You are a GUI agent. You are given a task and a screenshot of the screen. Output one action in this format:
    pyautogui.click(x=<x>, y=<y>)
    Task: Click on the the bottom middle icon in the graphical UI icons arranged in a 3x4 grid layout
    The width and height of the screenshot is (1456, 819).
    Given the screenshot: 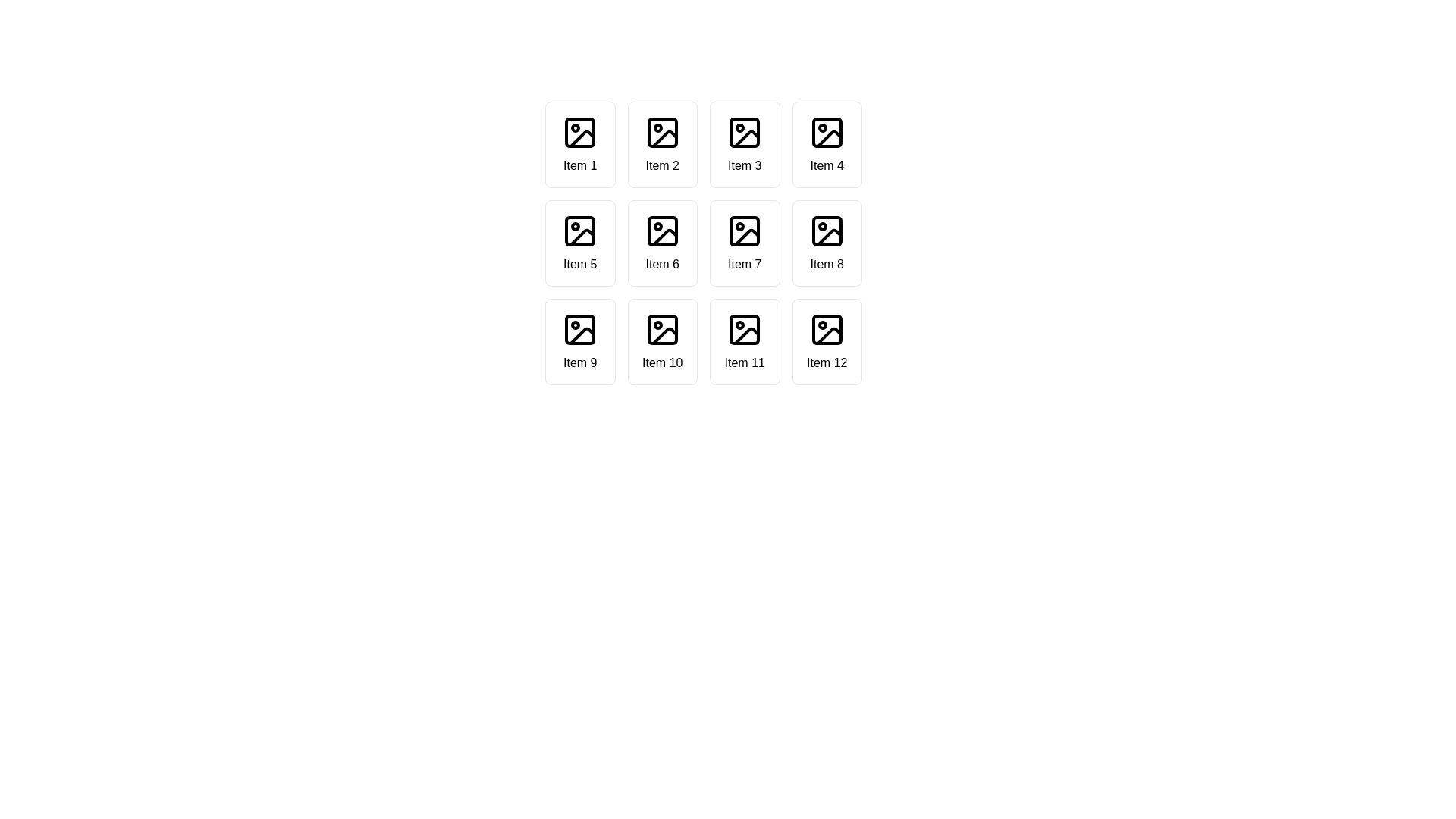 What is the action you would take?
    pyautogui.click(x=664, y=335)
    